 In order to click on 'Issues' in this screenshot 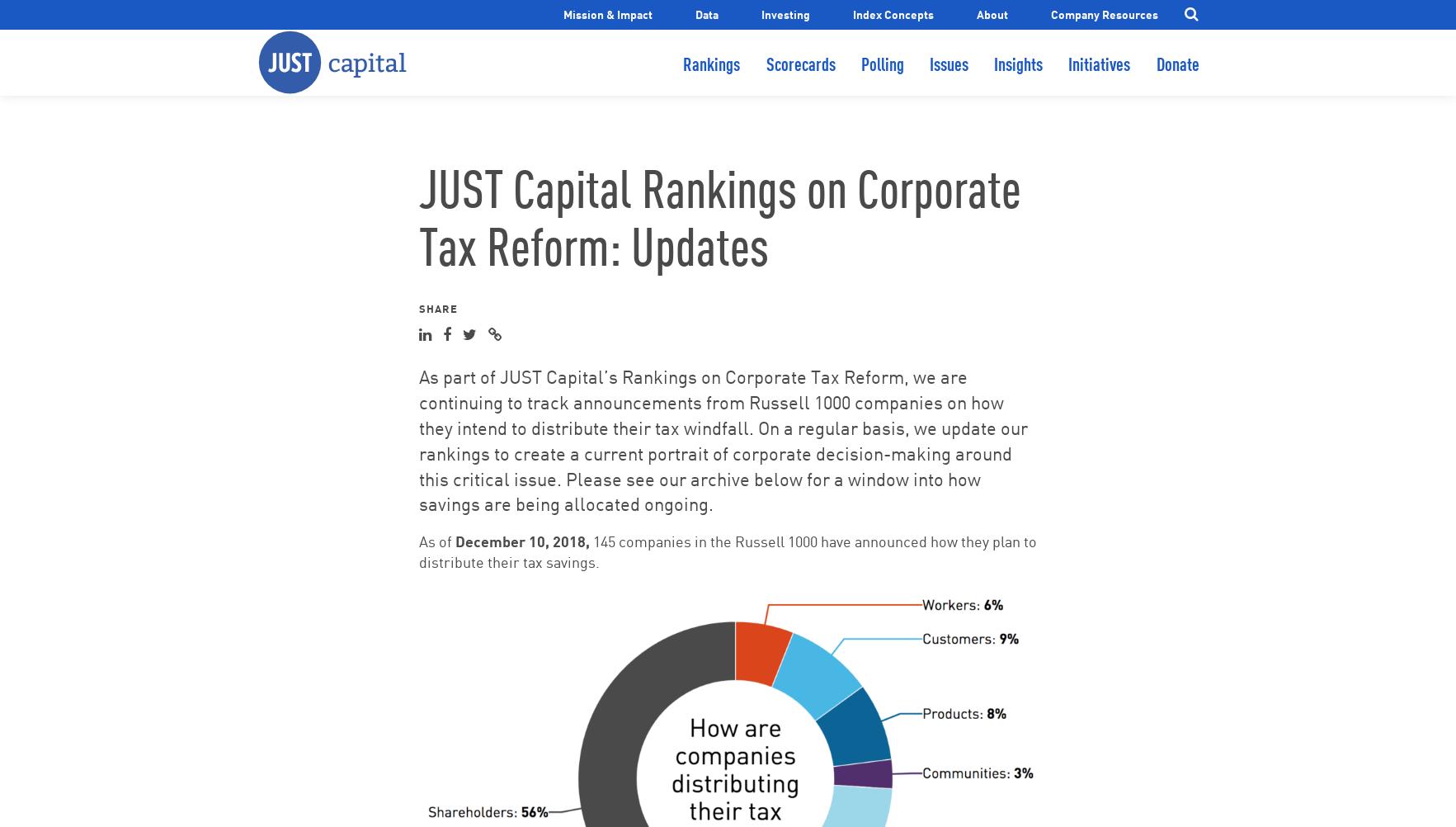, I will do `click(948, 78)`.